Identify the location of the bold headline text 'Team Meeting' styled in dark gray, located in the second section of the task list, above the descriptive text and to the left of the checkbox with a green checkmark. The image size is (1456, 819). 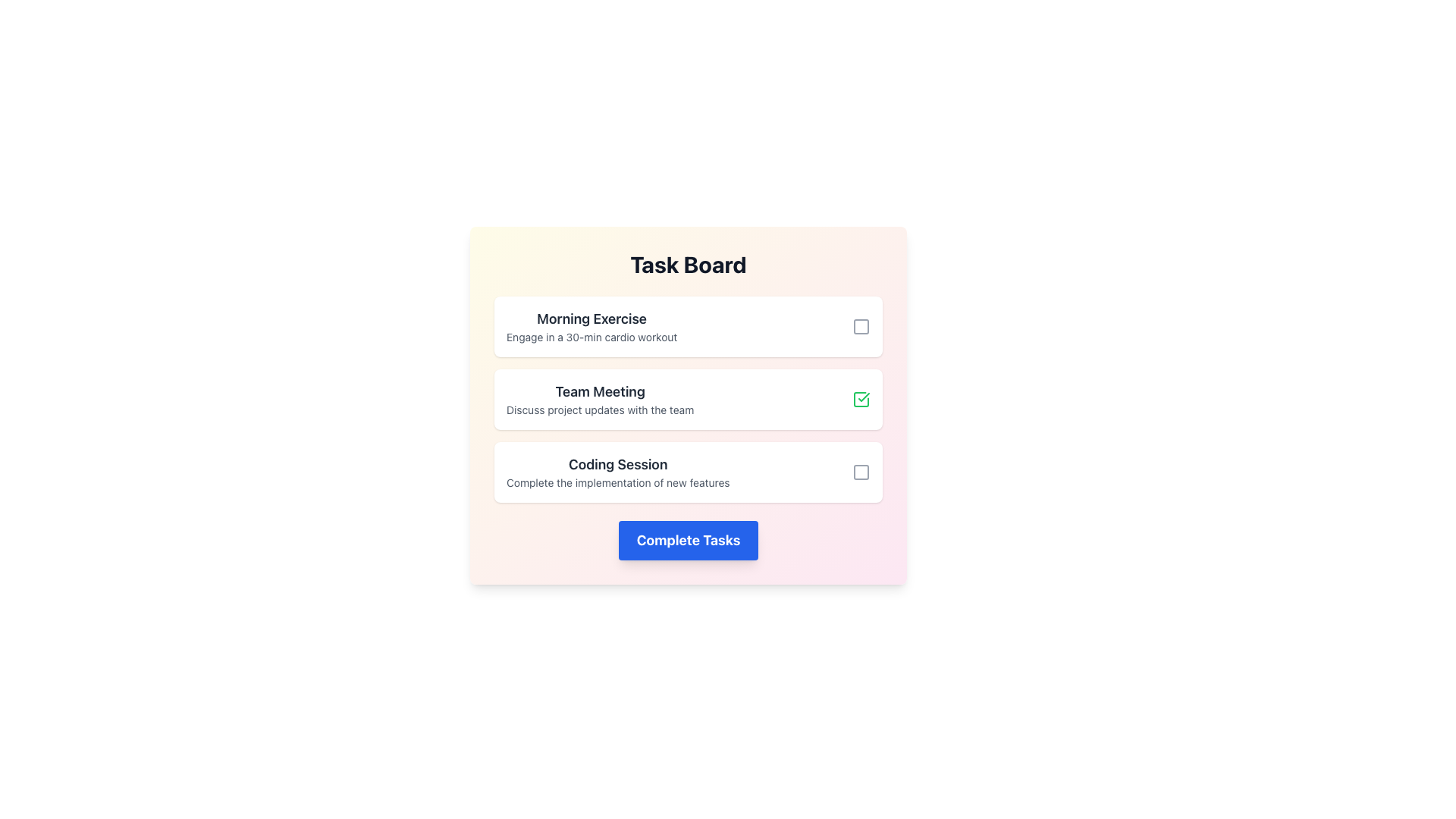
(599, 391).